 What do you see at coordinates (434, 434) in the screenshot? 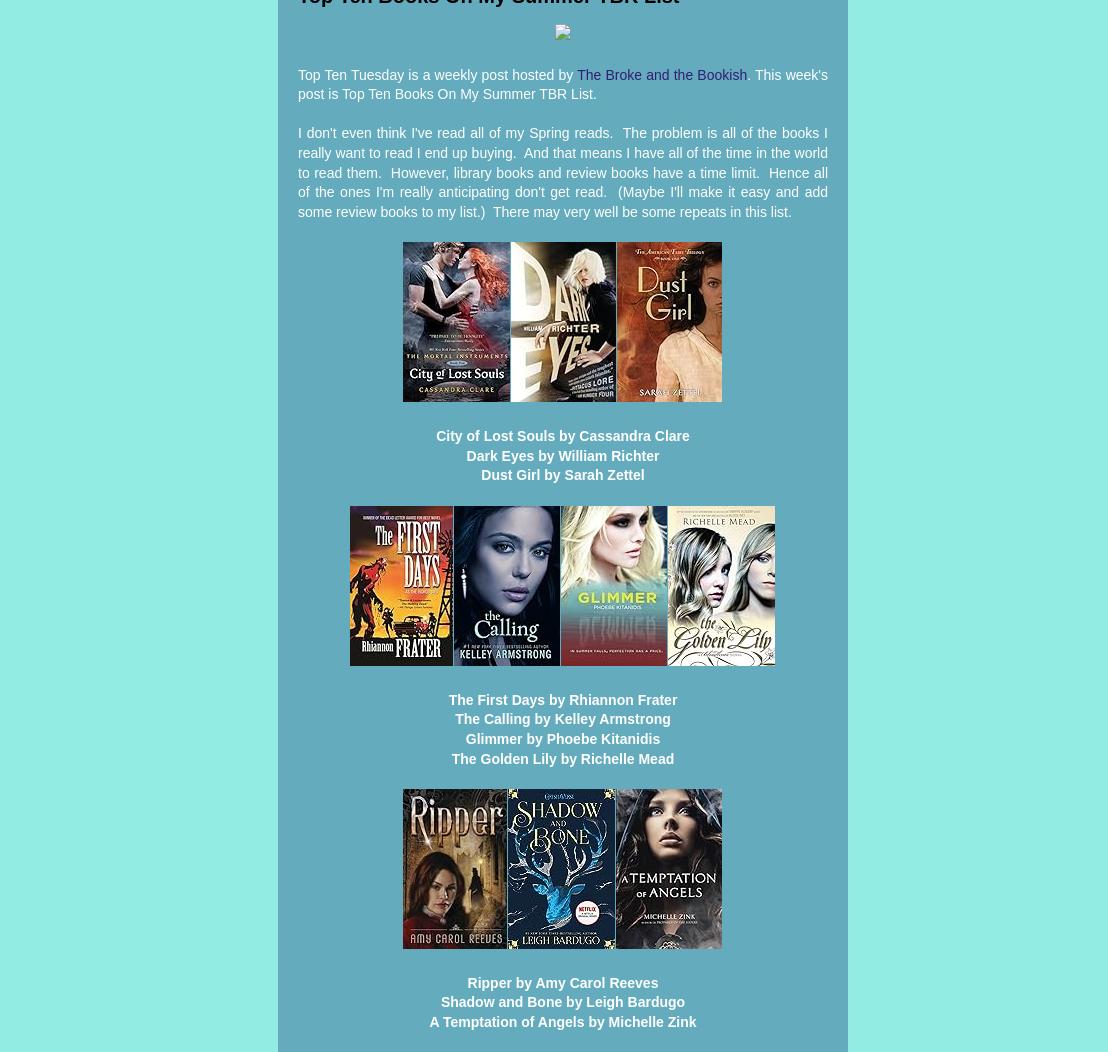
I see `'City of Lost Souls by Cassandra Clare'` at bounding box center [434, 434].